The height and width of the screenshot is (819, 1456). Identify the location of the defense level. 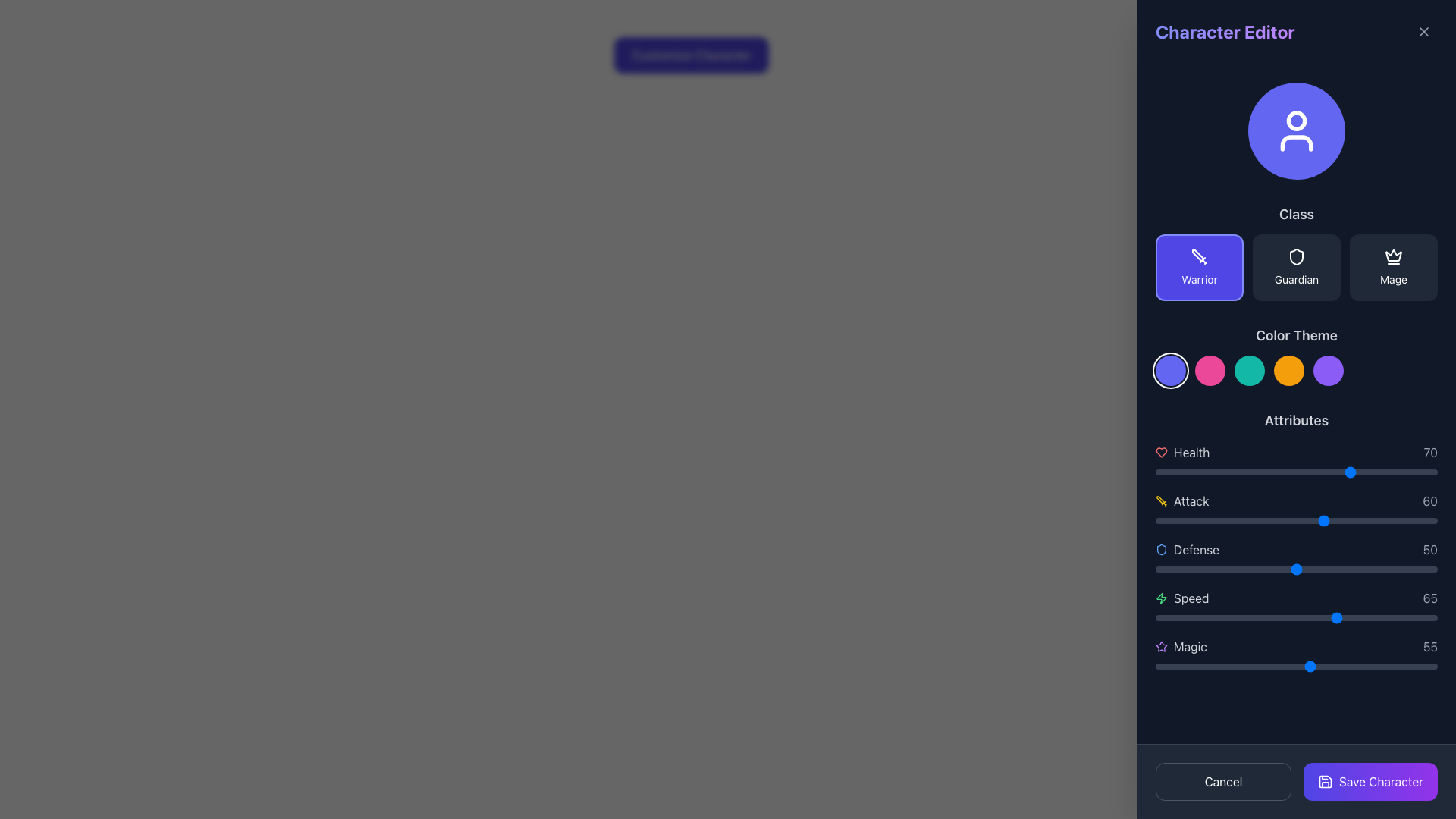
(1163, 570).